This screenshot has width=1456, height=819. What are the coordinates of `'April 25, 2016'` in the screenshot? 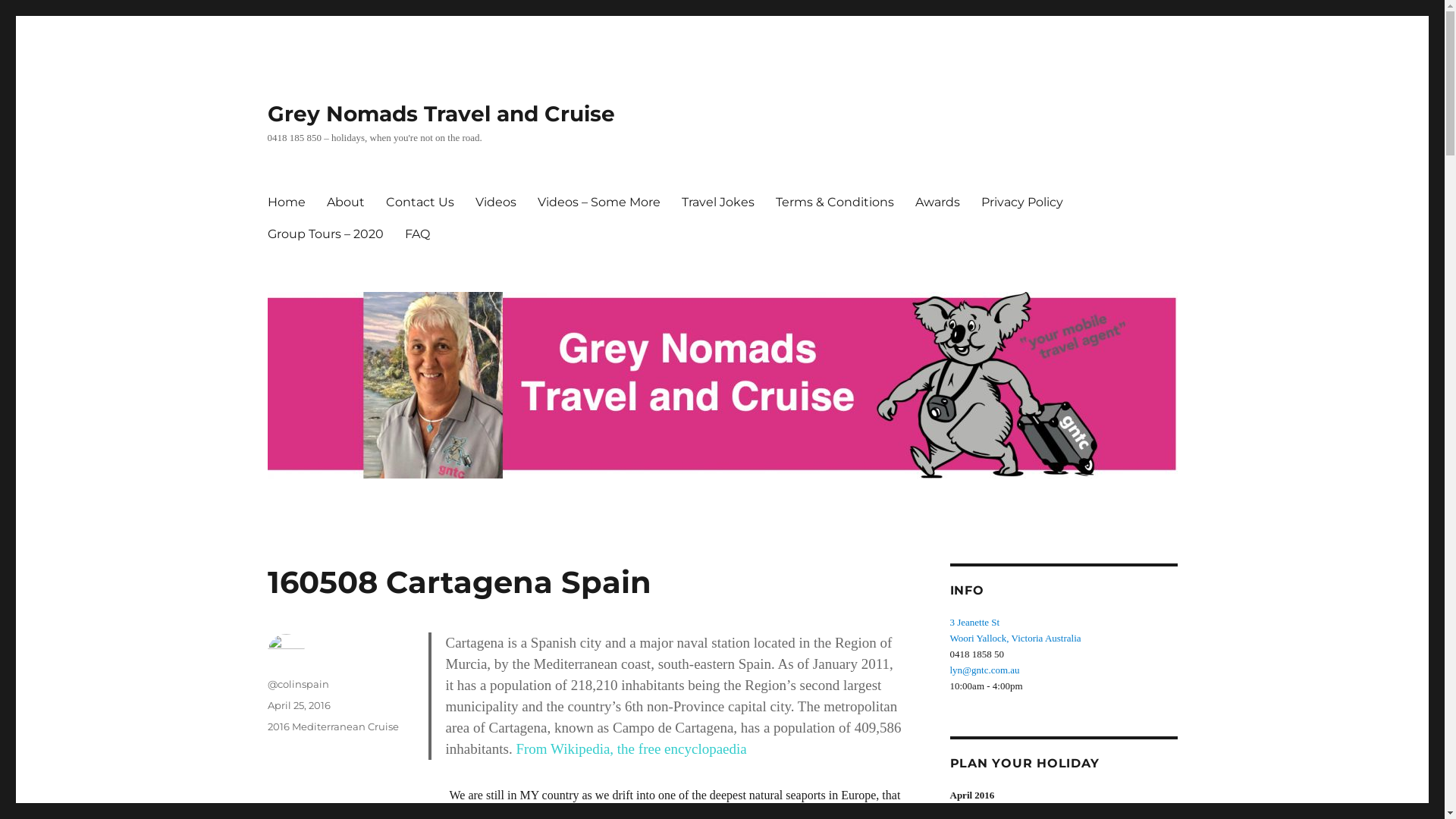 It's located at (298, 704).